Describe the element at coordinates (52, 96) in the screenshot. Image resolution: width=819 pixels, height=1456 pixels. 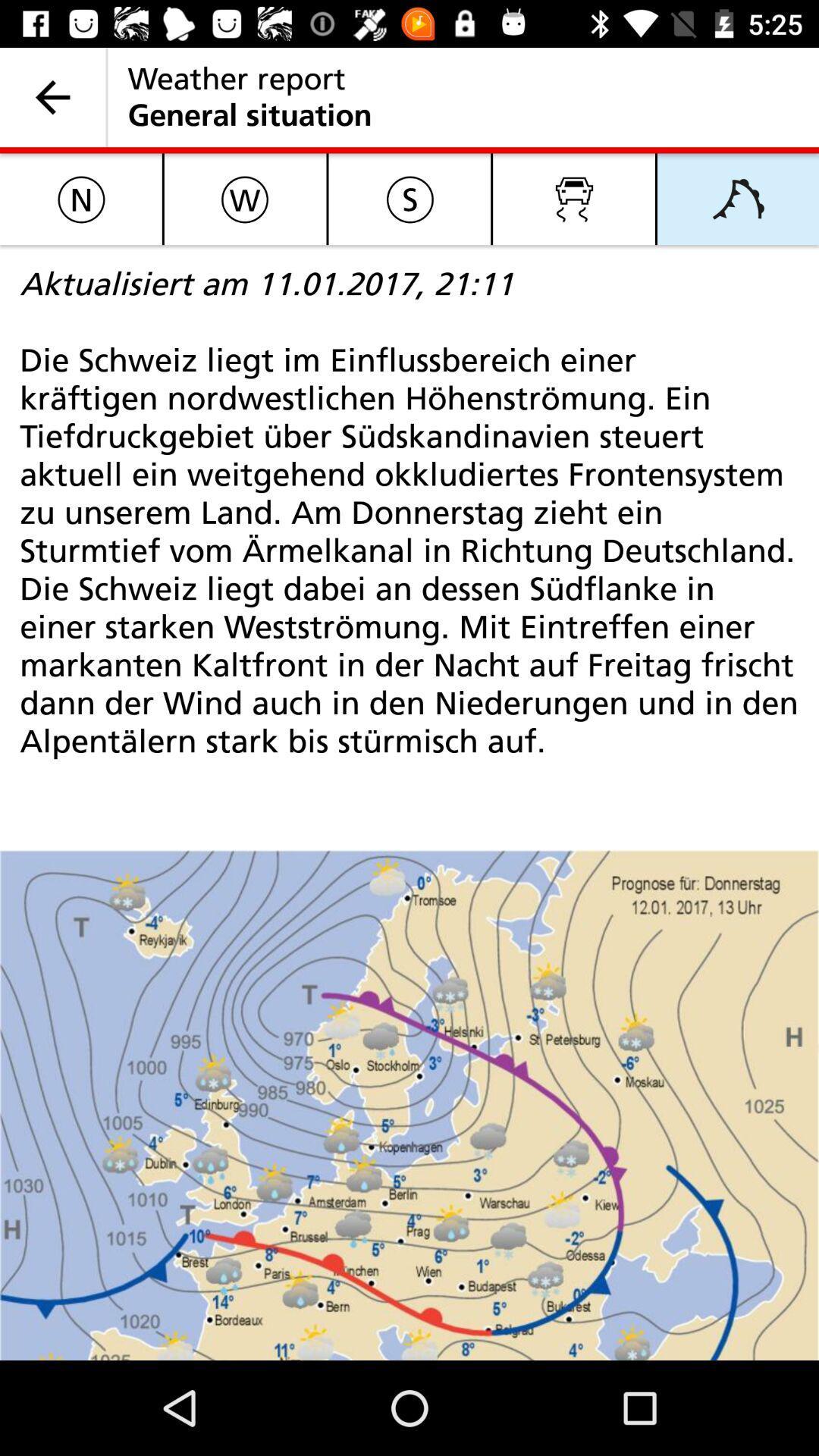
I see `the item to the left of the weather report item` at that location.